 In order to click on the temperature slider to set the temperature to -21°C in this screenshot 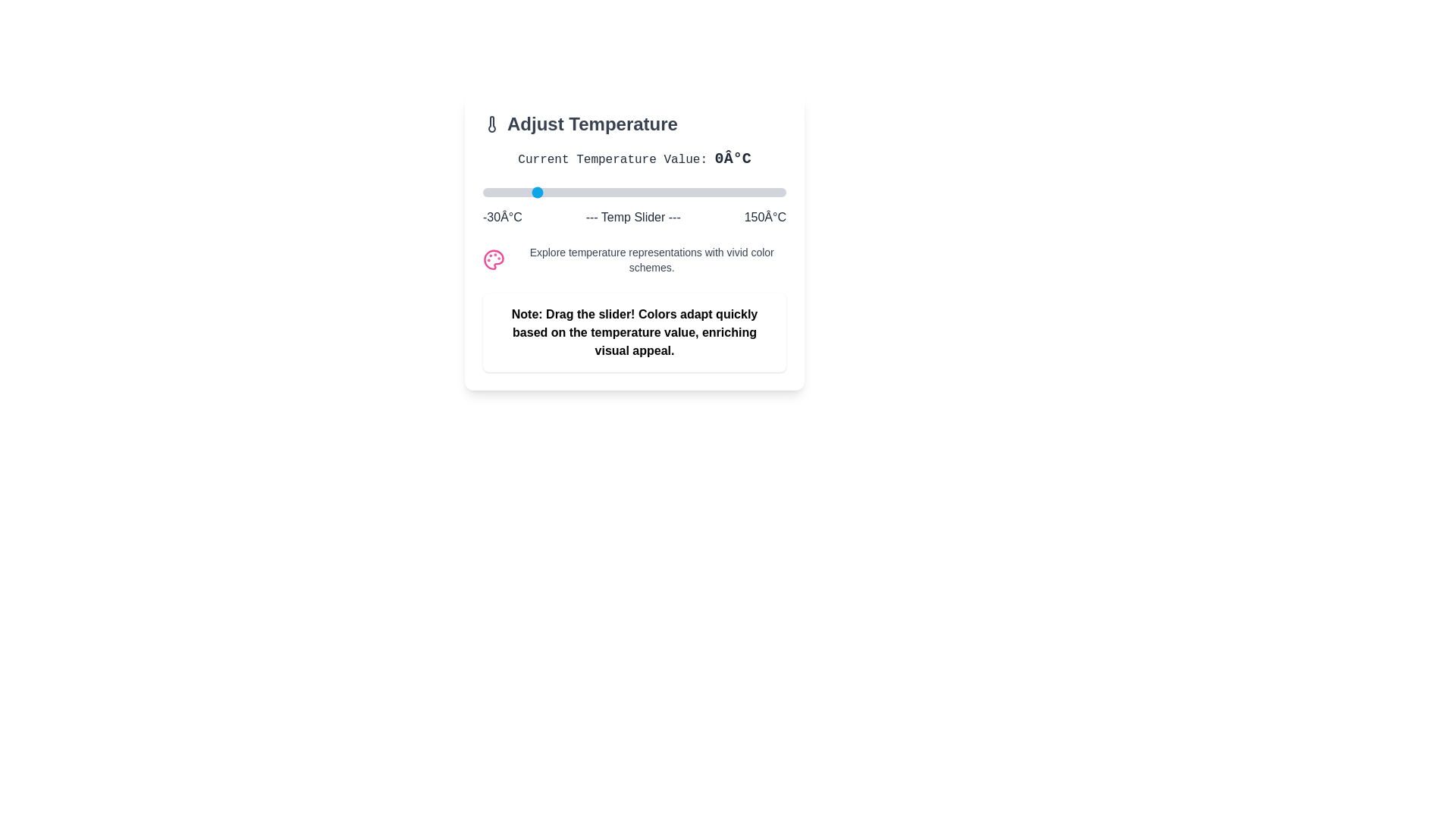, I will do `click(498, 192)`.